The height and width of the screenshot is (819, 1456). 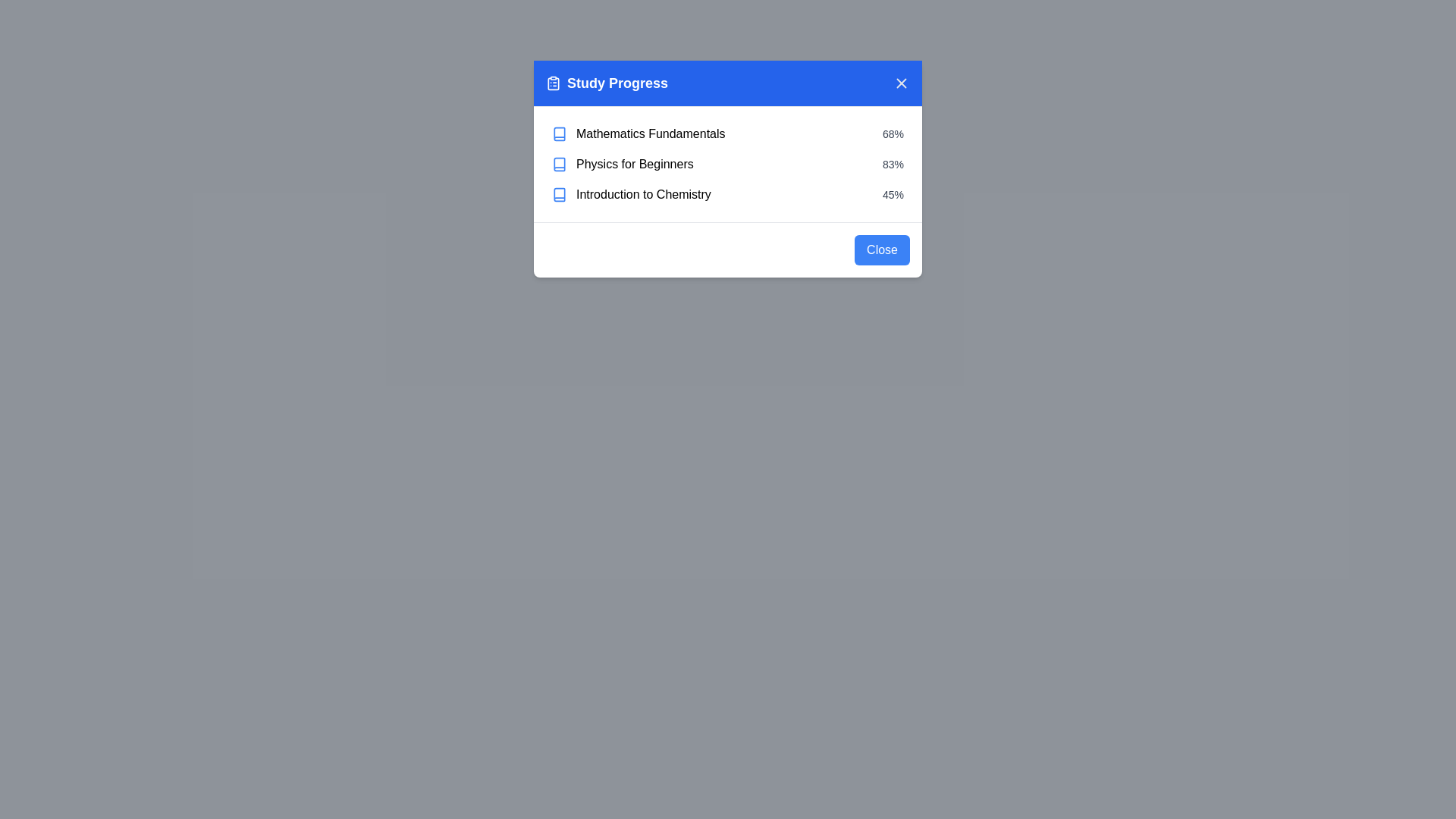 I want to click on the static text label that indicates the progress percentage for the 'Physics for Beginners' entry in the study progress dialog, located on the far right of the entry, so click(x=893, y=164).